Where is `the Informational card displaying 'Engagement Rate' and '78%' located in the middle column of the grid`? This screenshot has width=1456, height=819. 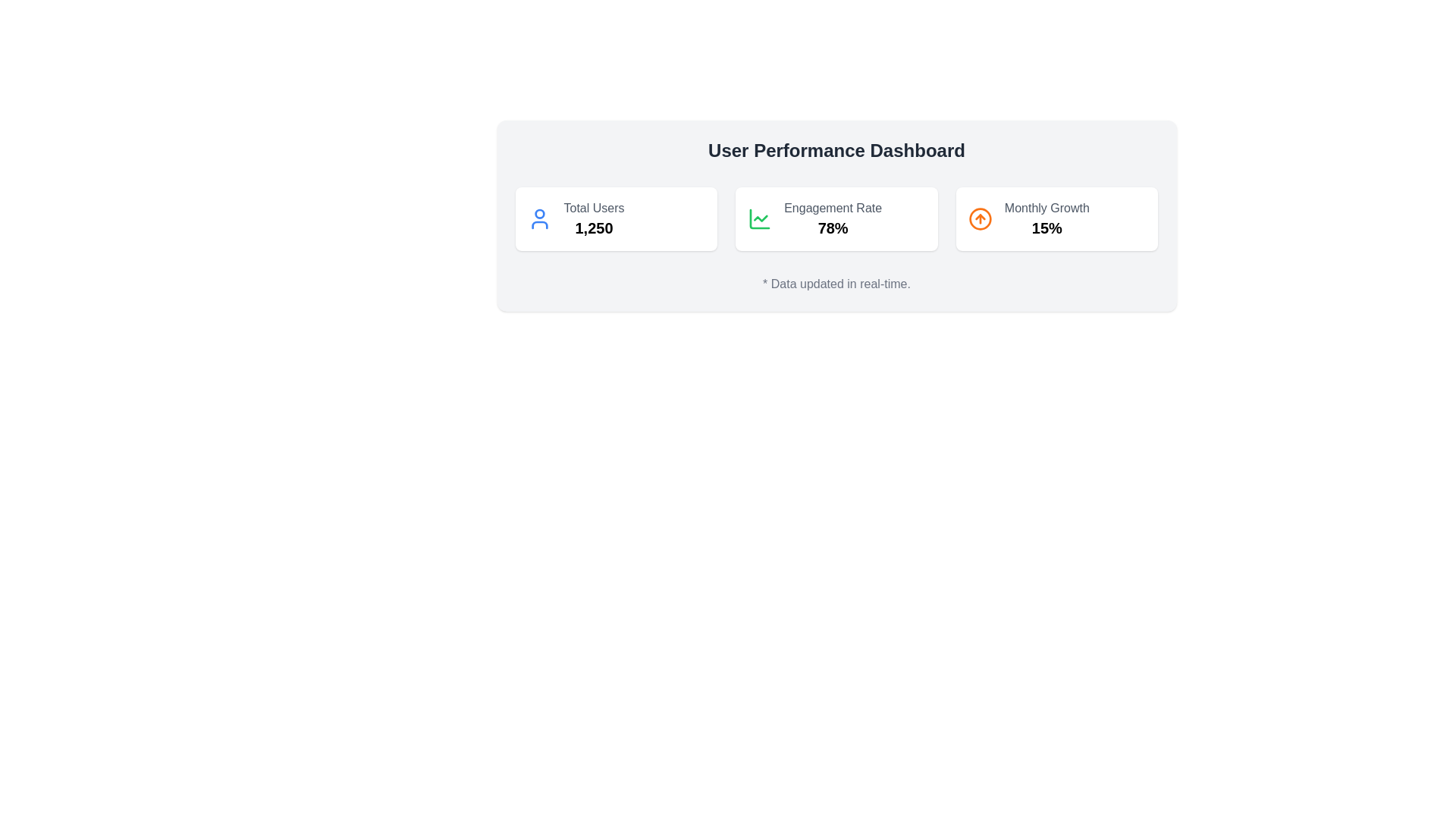 the Informational card displaying 'Engagement Rate' and '78%' located in the middle column of the grid is located at coordinates (836, 219).